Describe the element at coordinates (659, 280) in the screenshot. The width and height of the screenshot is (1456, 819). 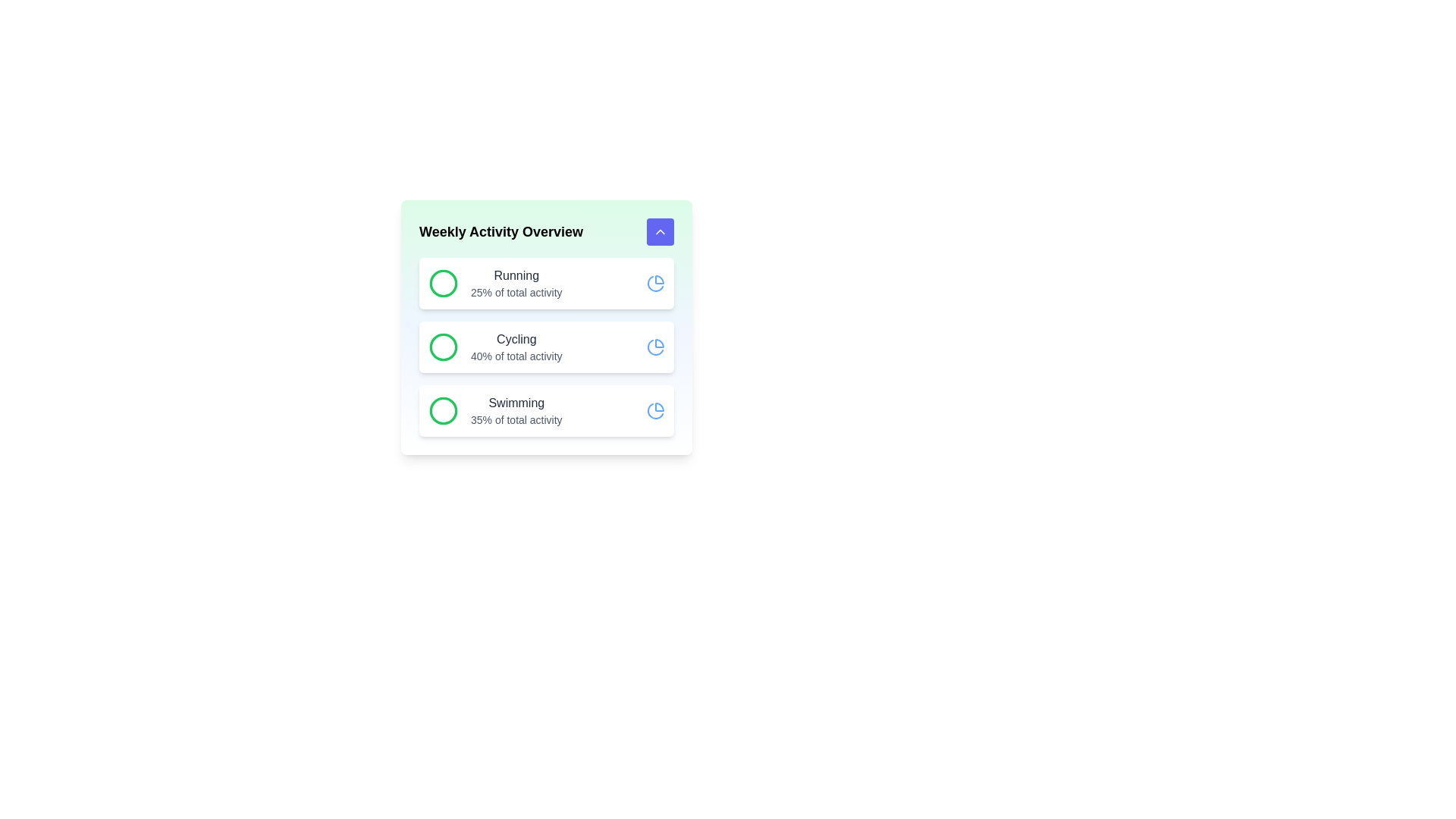
I see `the upper-right section of the pie chart icon that visually represents data related to activity percentages, located to the right of the 'Weekly Activity Overview' heading` at that location.